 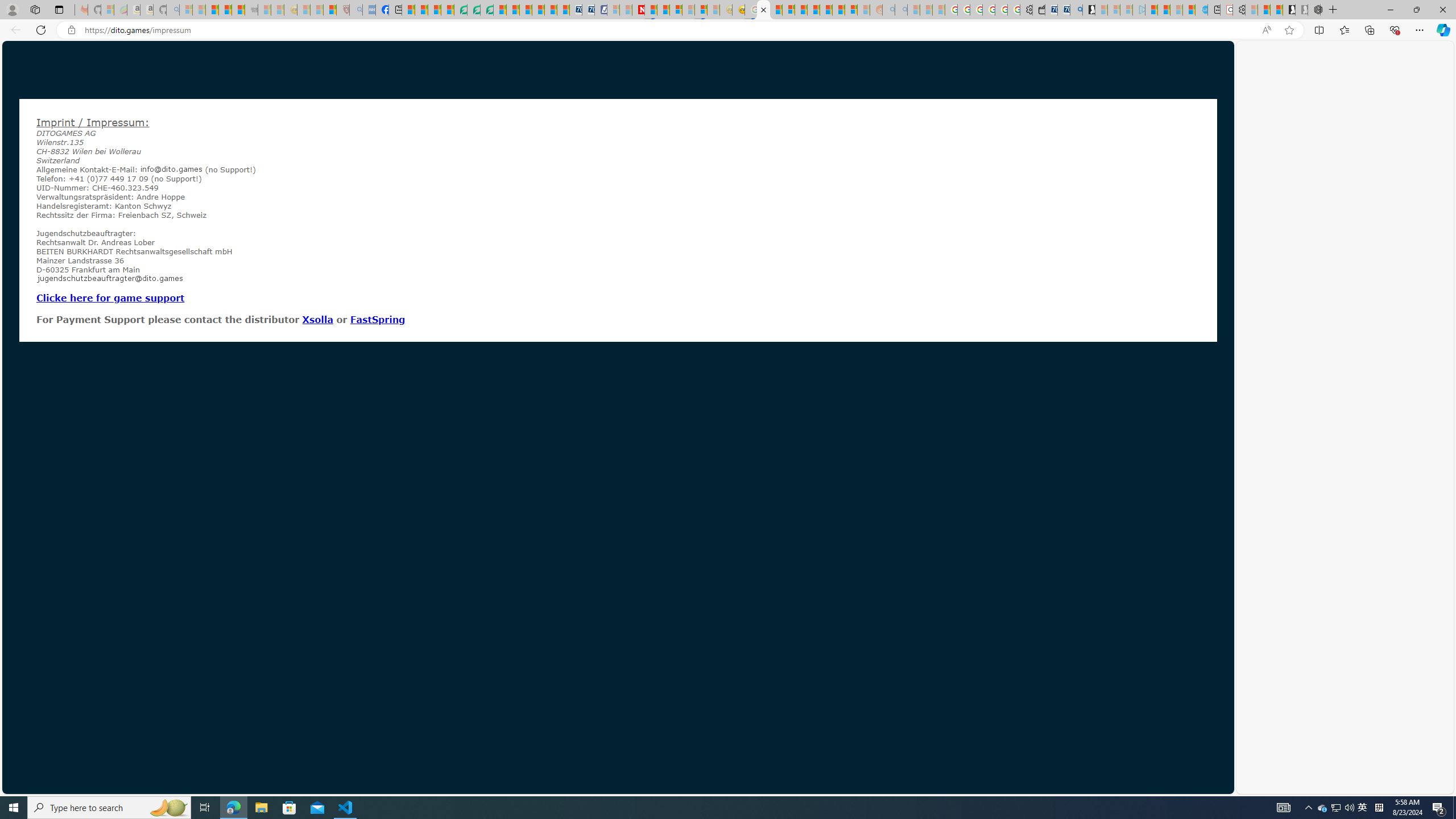 What do you see at coordinates (110, 297) in the screenshot?
I see `'Clicke here for game support'` at bounding box center [110, 297].